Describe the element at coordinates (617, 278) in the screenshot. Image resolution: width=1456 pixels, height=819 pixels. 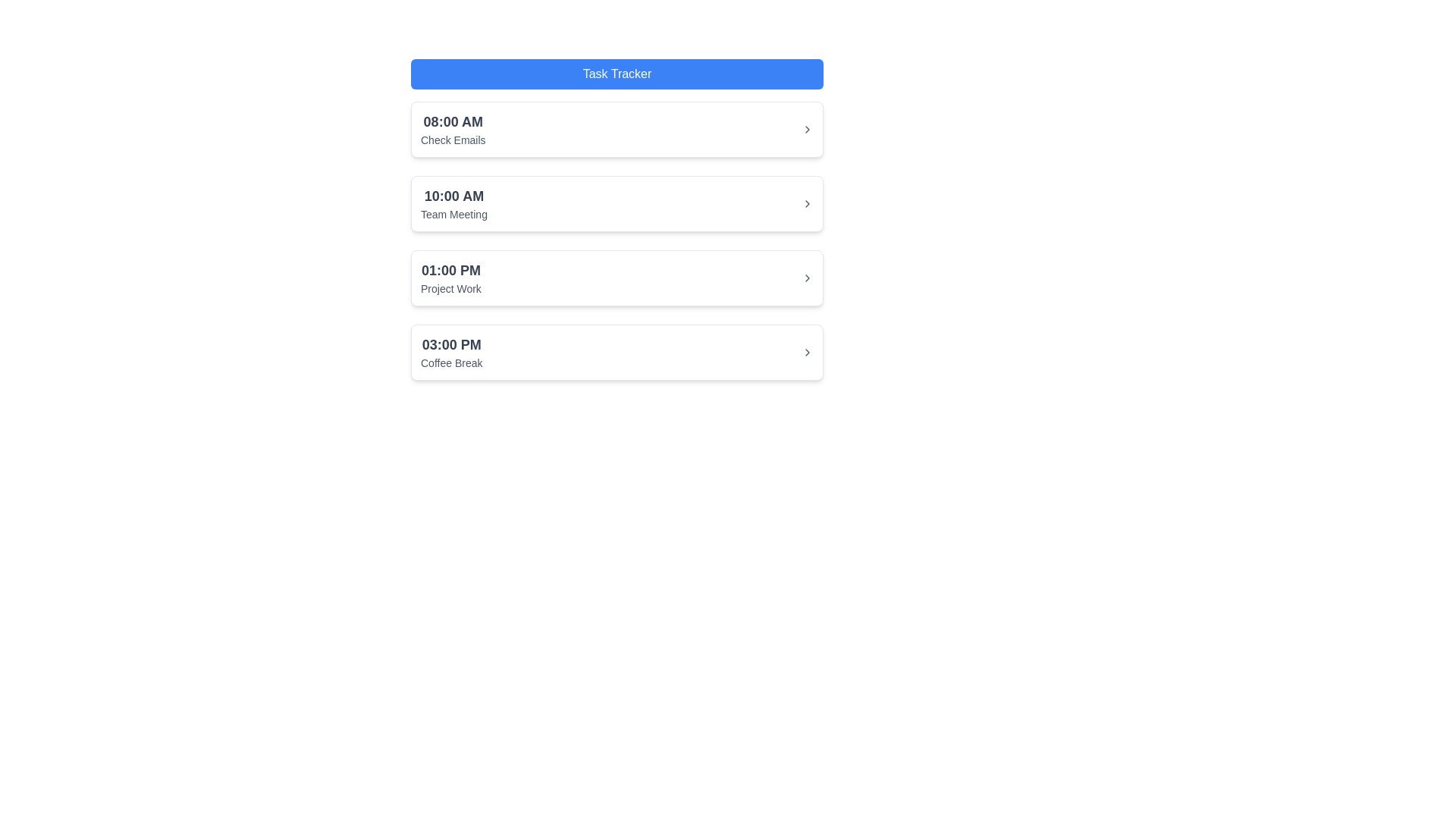
I see `the scheduled task card titled 'Project Work' at '01:00 PM'` at that location.